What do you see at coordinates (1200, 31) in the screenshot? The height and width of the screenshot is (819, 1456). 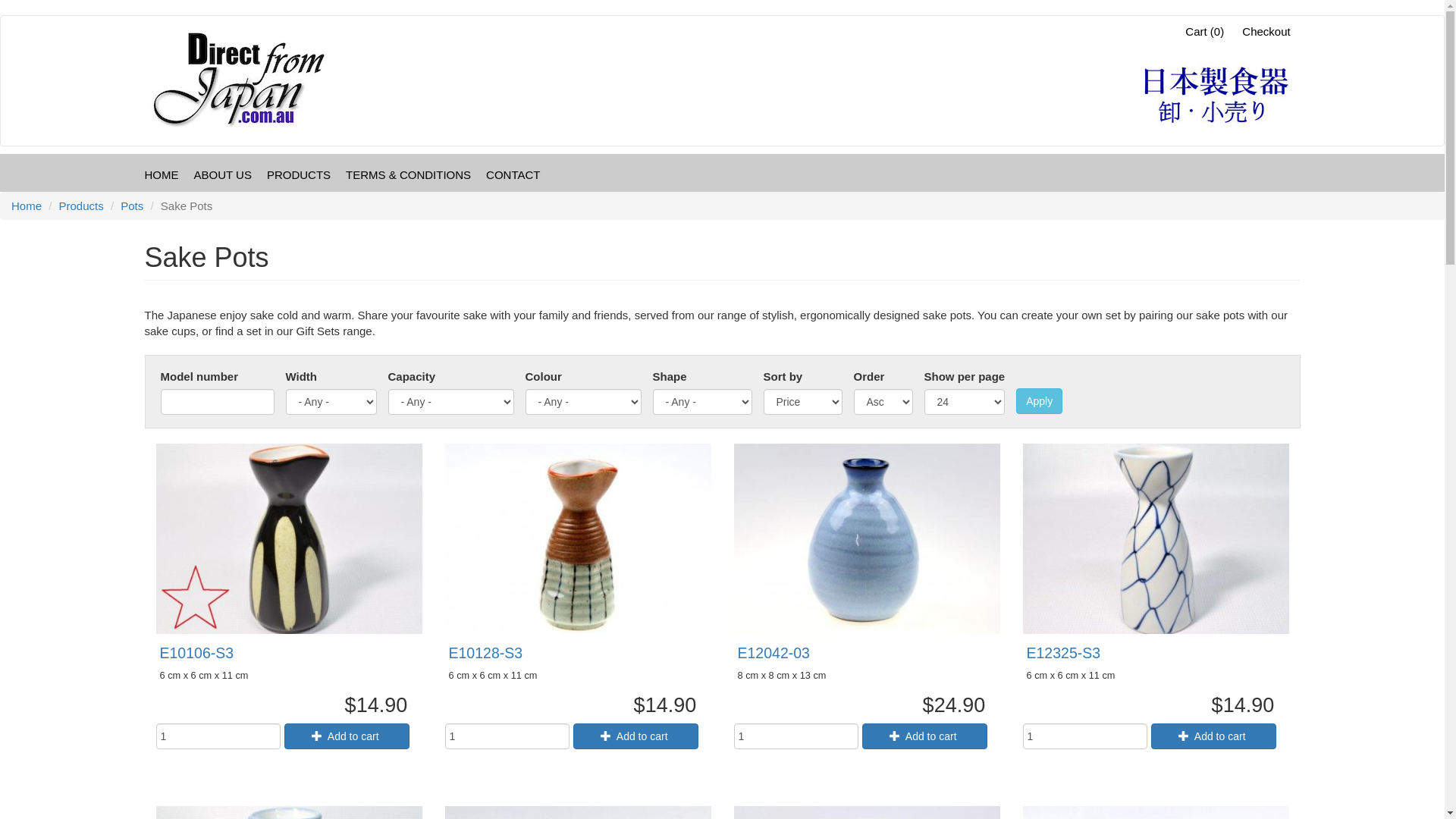 I see `'Cart (0)'` at bounding box center [1200, 31].